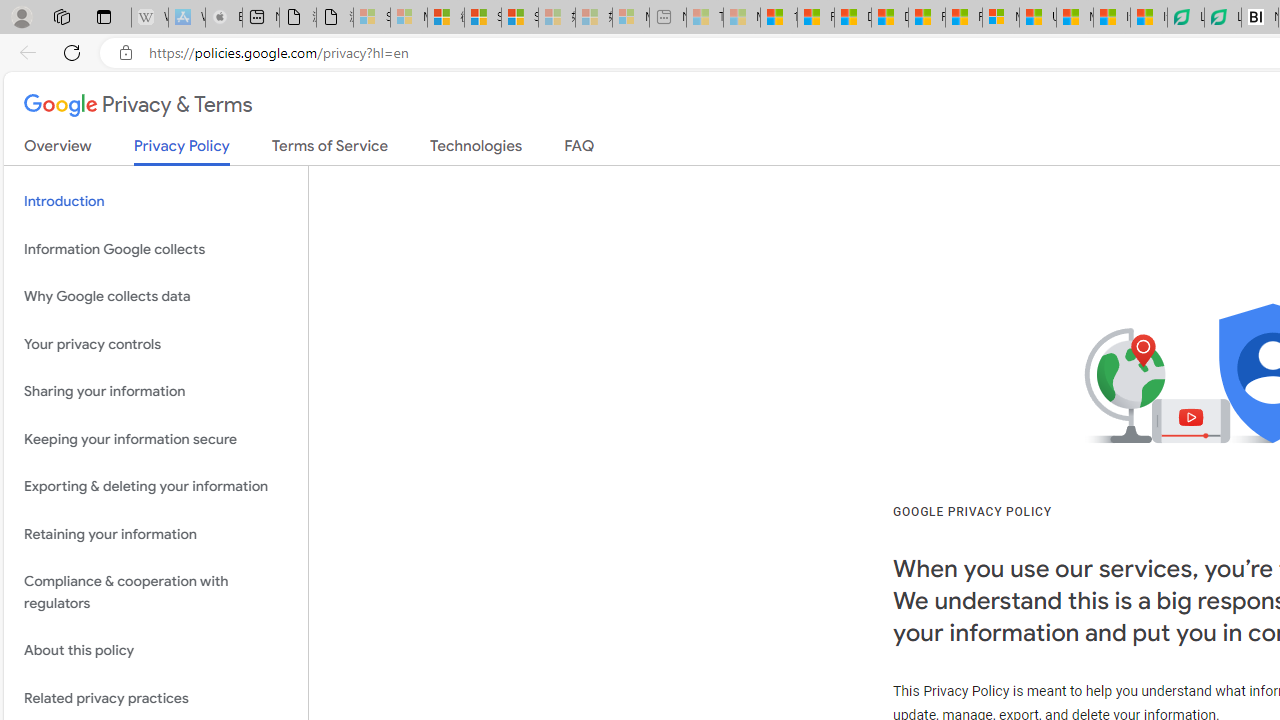  What do you see at coordinates (705, 17) in the screenshot?
I see `'Top Stories - MSN - Sleeping'` at bounding box center [705, 17].